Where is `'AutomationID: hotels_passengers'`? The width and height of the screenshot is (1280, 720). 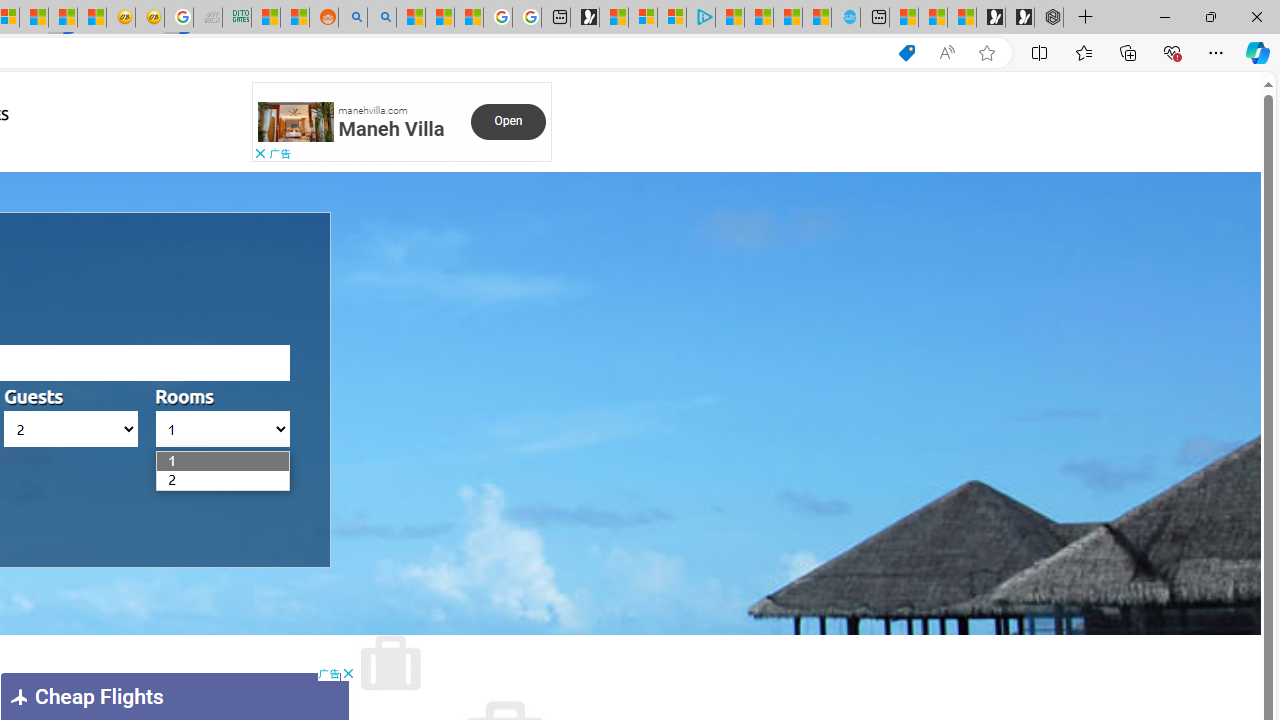 'AutomationID: hotels_passengers' is located at coordinates (71, 428).